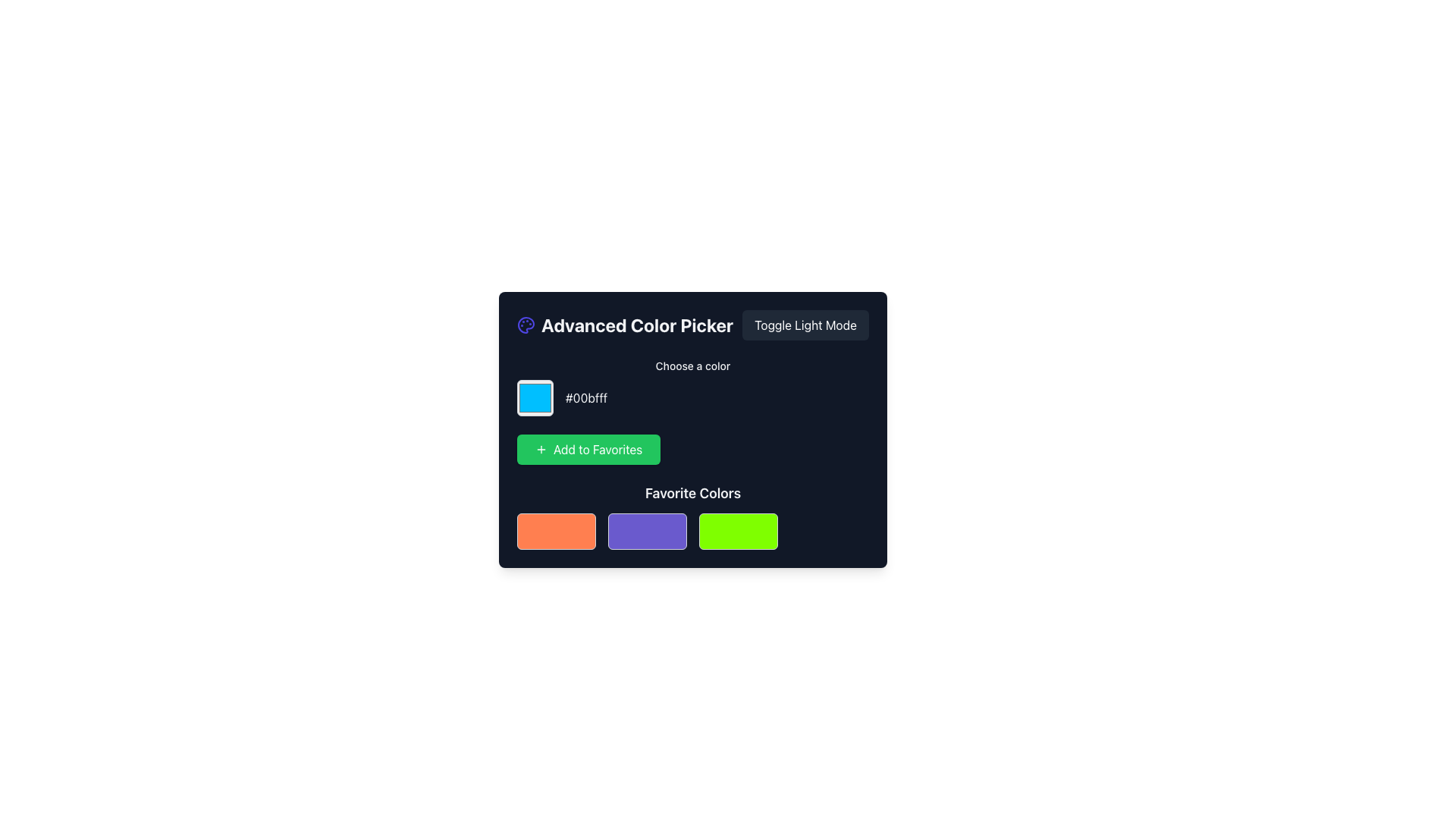  Describe the element at coordinates (535, 397) in the screenshot. I see `the solid blue color picker input box with rounded borders` at that location.